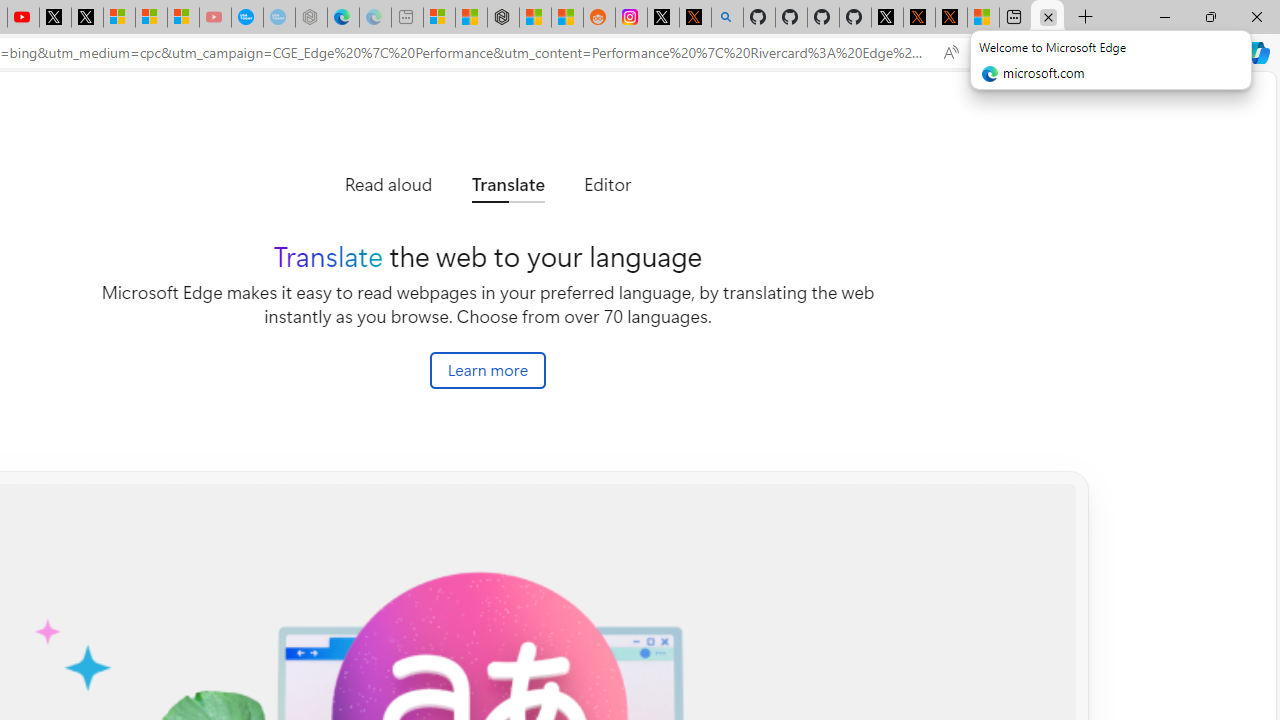 The image size is (1280, 720). I want to click on 'Nordace - Duffels', so click(503, 17).